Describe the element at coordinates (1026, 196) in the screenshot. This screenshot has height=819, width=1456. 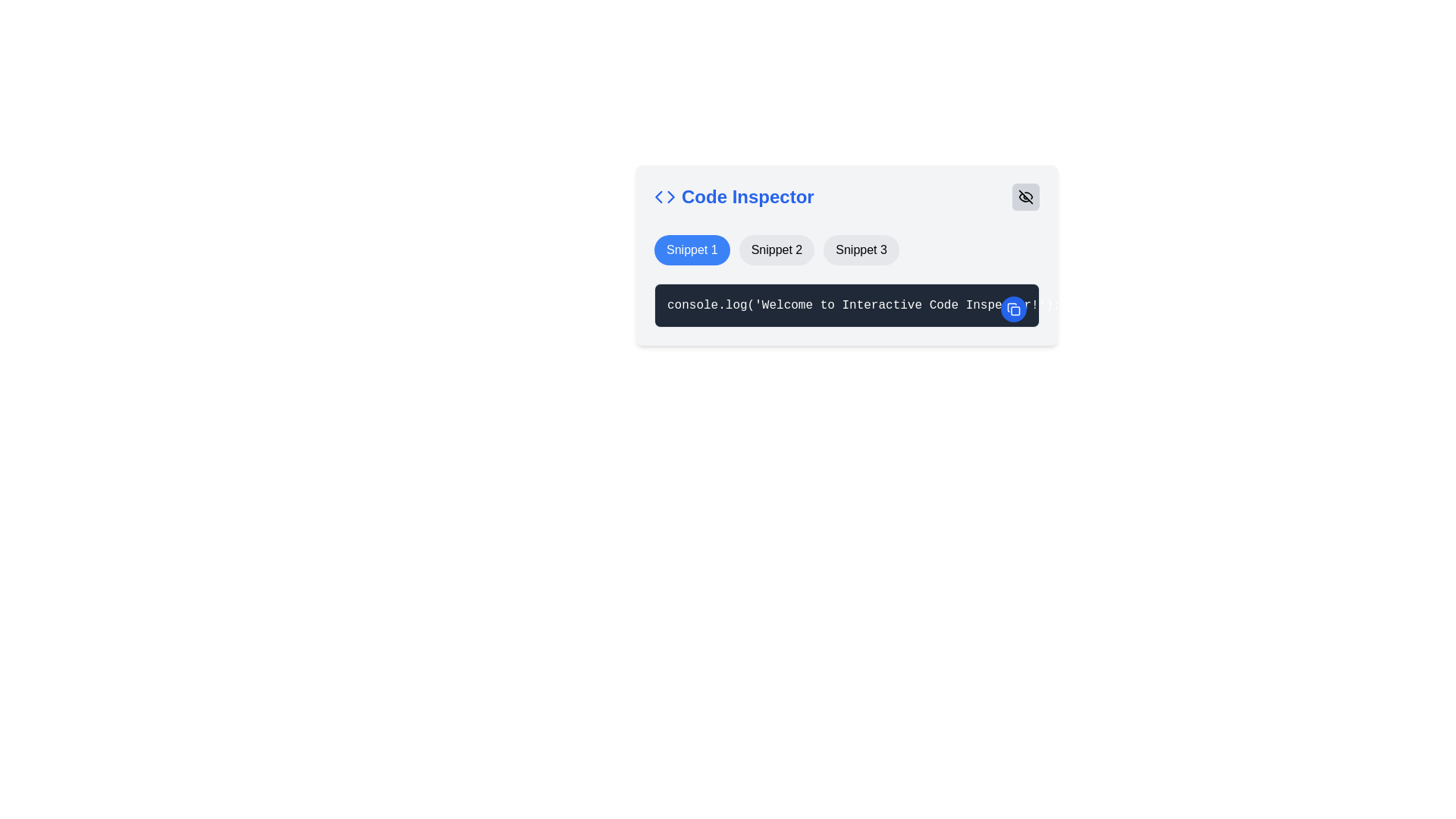
I see `the eye symbol icon within the SVG element, which is styled with a diagonal line indicating a visibility toggle function, located in the top-right region of the 'Code Inspector' panel` at that location.